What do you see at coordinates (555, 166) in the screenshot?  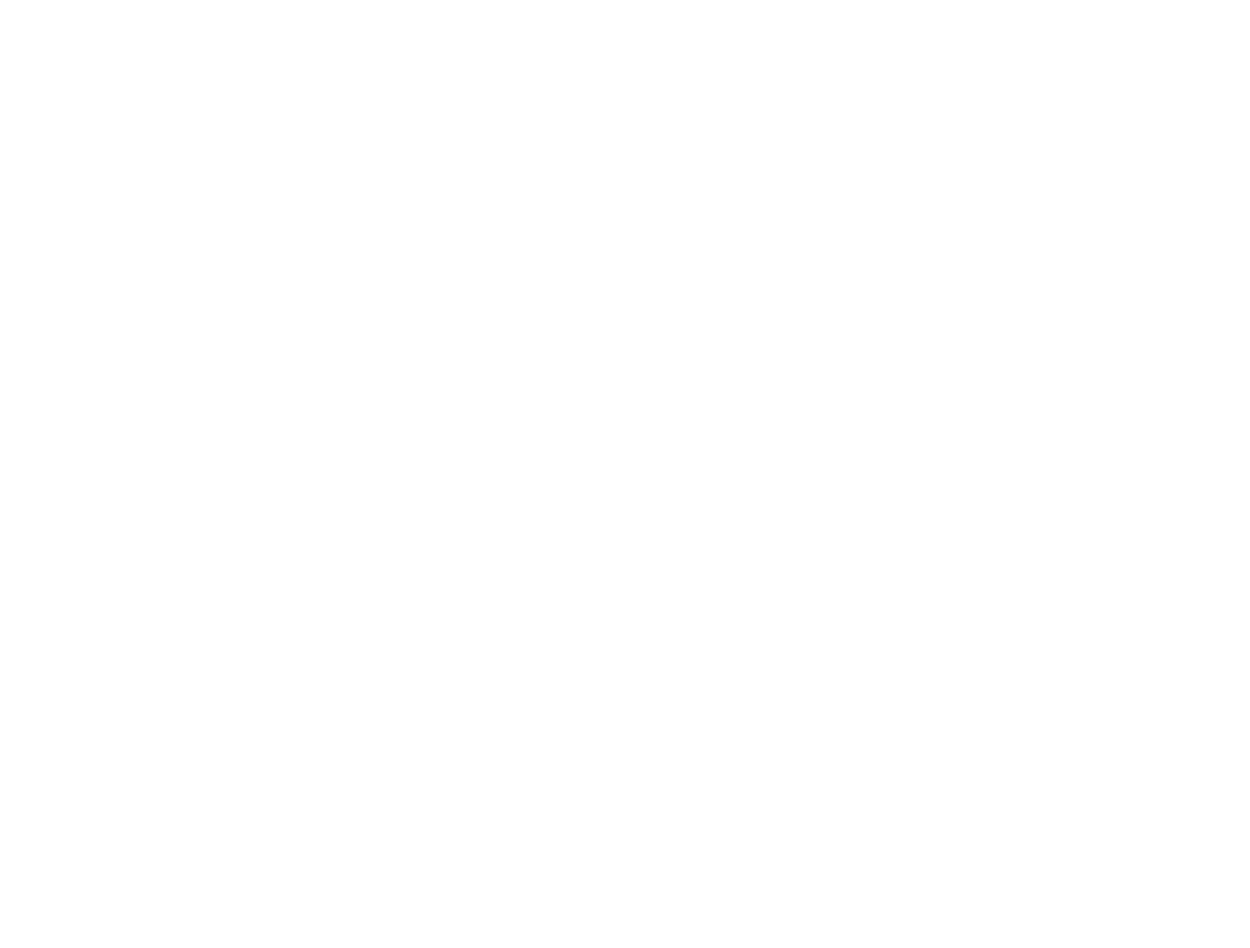 I see `'Taste the local specials'` at bounding box center [555, 166].